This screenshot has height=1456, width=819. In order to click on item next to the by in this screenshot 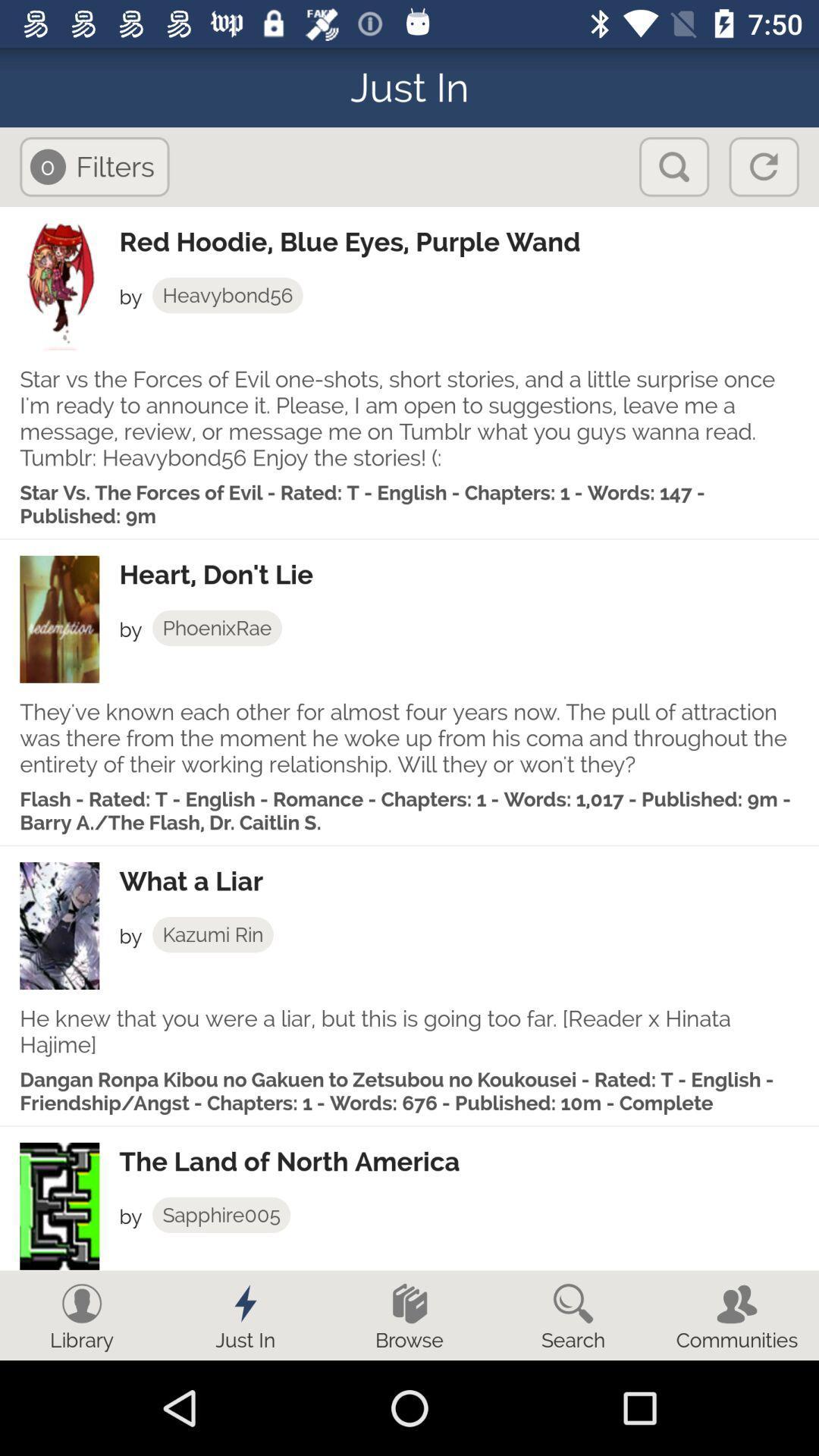, I will do `click(212, 934)`.